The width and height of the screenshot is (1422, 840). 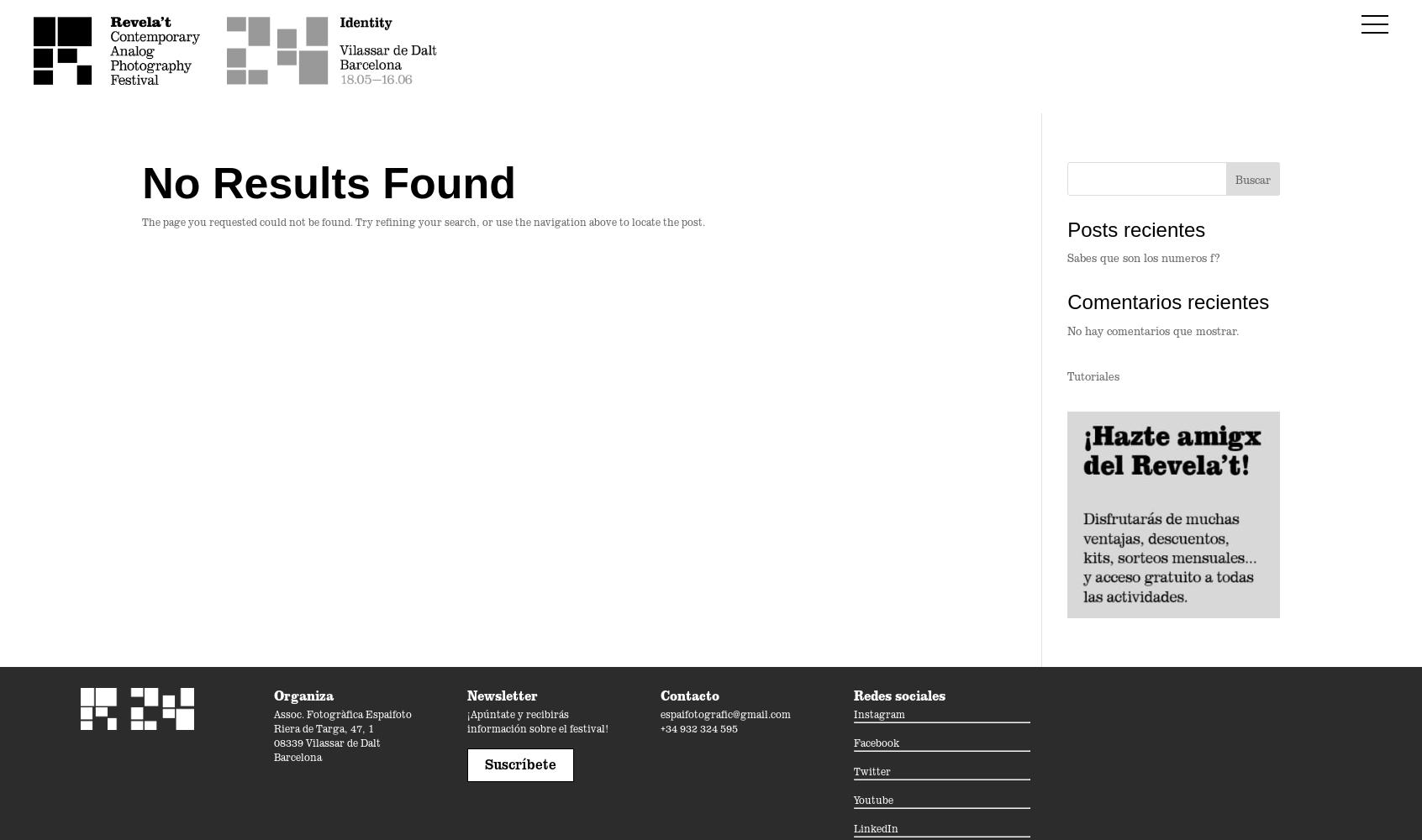 I want to click on 'The page you requested could not be found. Try refining your search, or use the navigation above to locate the post.', so click(x=424, y=222).